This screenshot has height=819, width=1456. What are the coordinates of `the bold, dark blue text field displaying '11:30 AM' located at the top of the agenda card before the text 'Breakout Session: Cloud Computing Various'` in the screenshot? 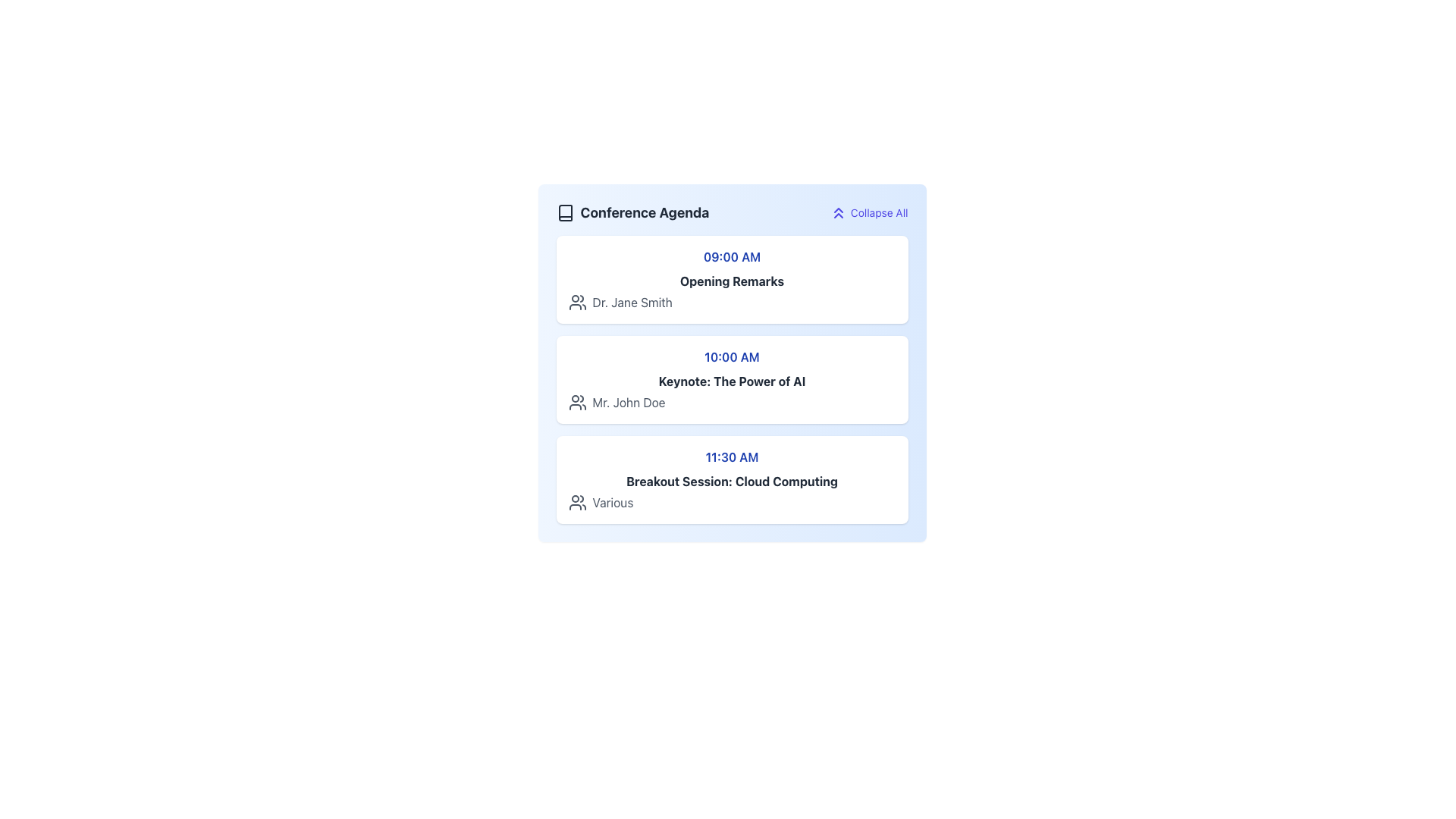 It's located at (732, 456).